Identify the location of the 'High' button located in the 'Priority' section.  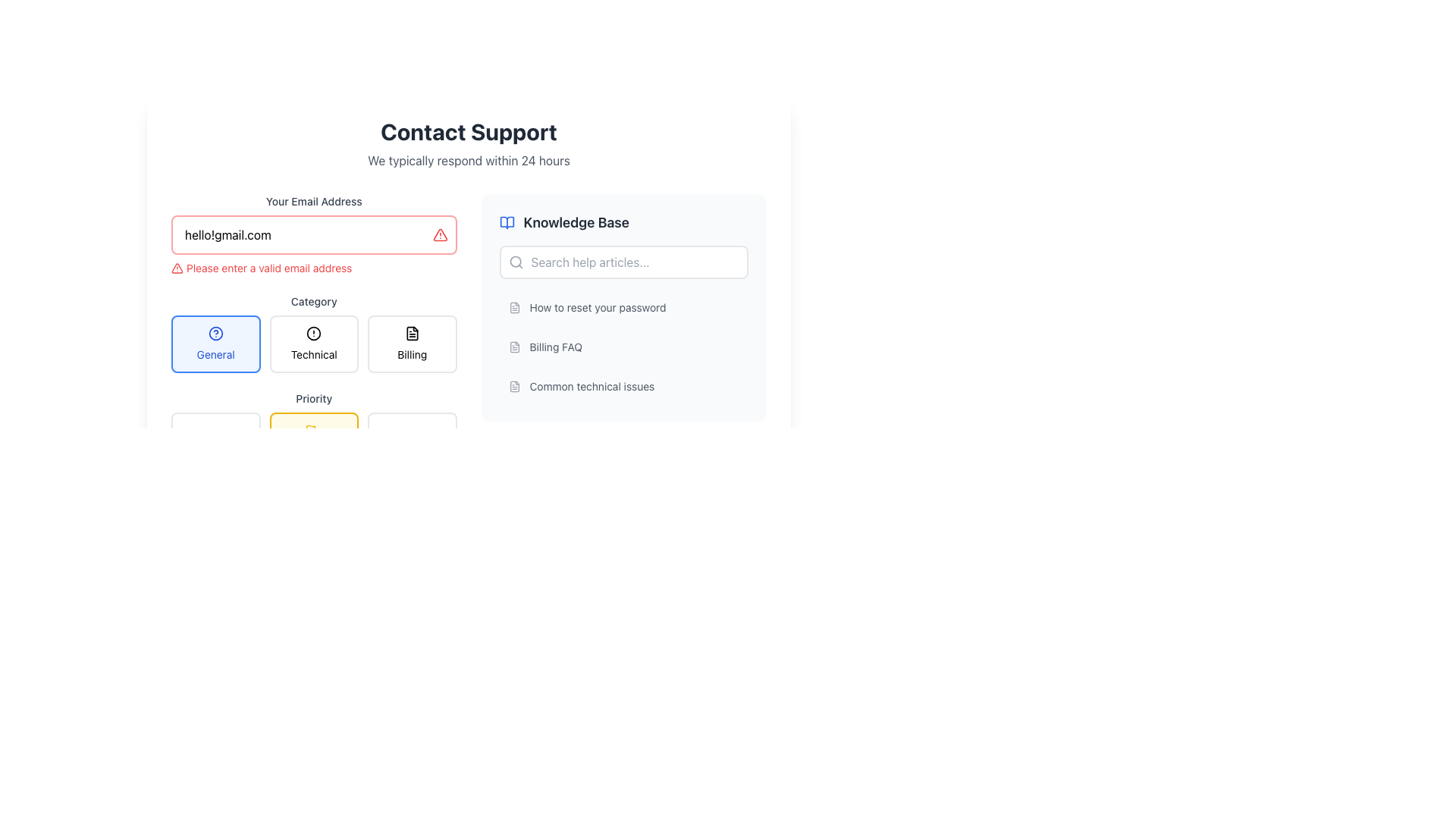
(412, 438).